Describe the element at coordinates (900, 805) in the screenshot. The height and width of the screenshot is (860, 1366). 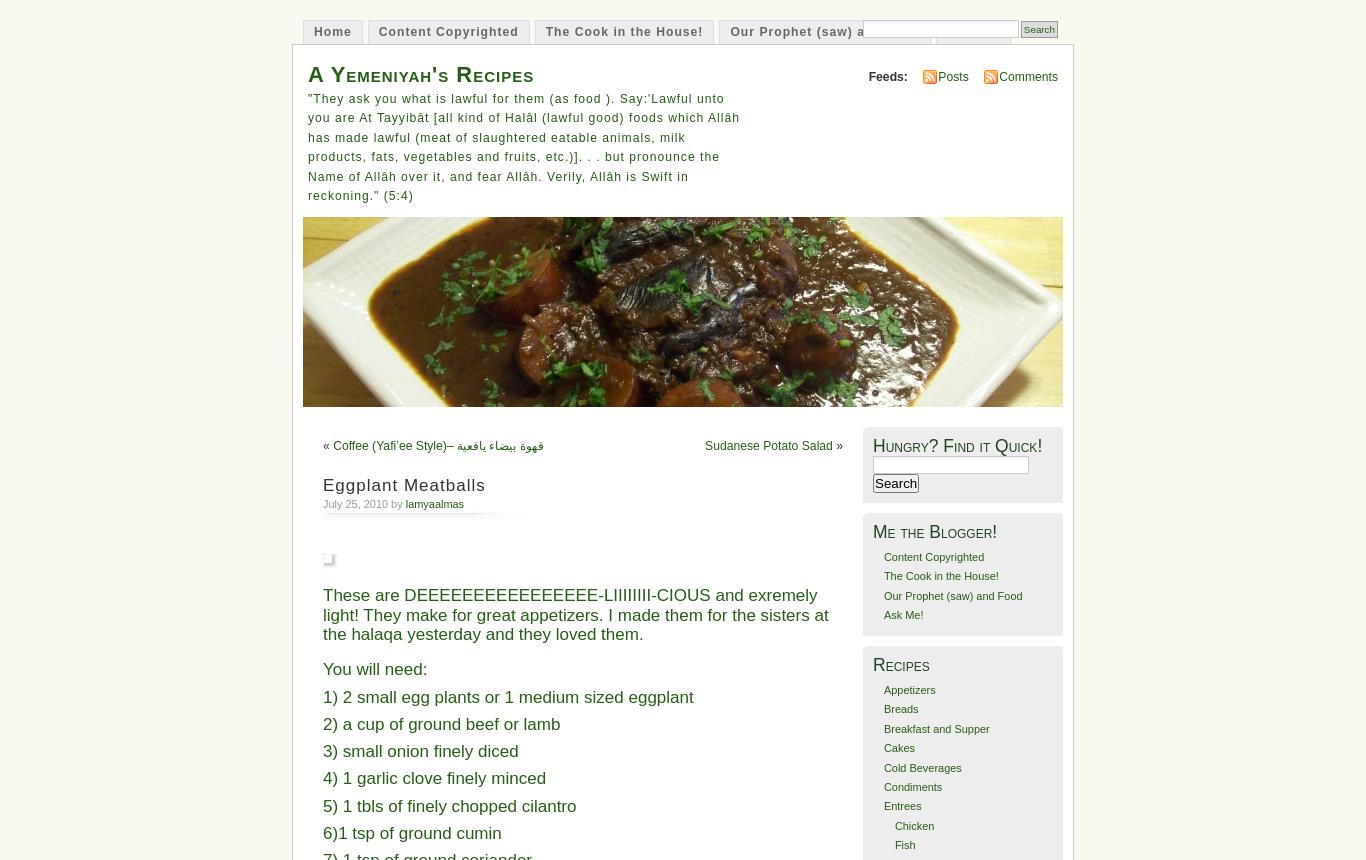
I see `'Entrees'` at that location.